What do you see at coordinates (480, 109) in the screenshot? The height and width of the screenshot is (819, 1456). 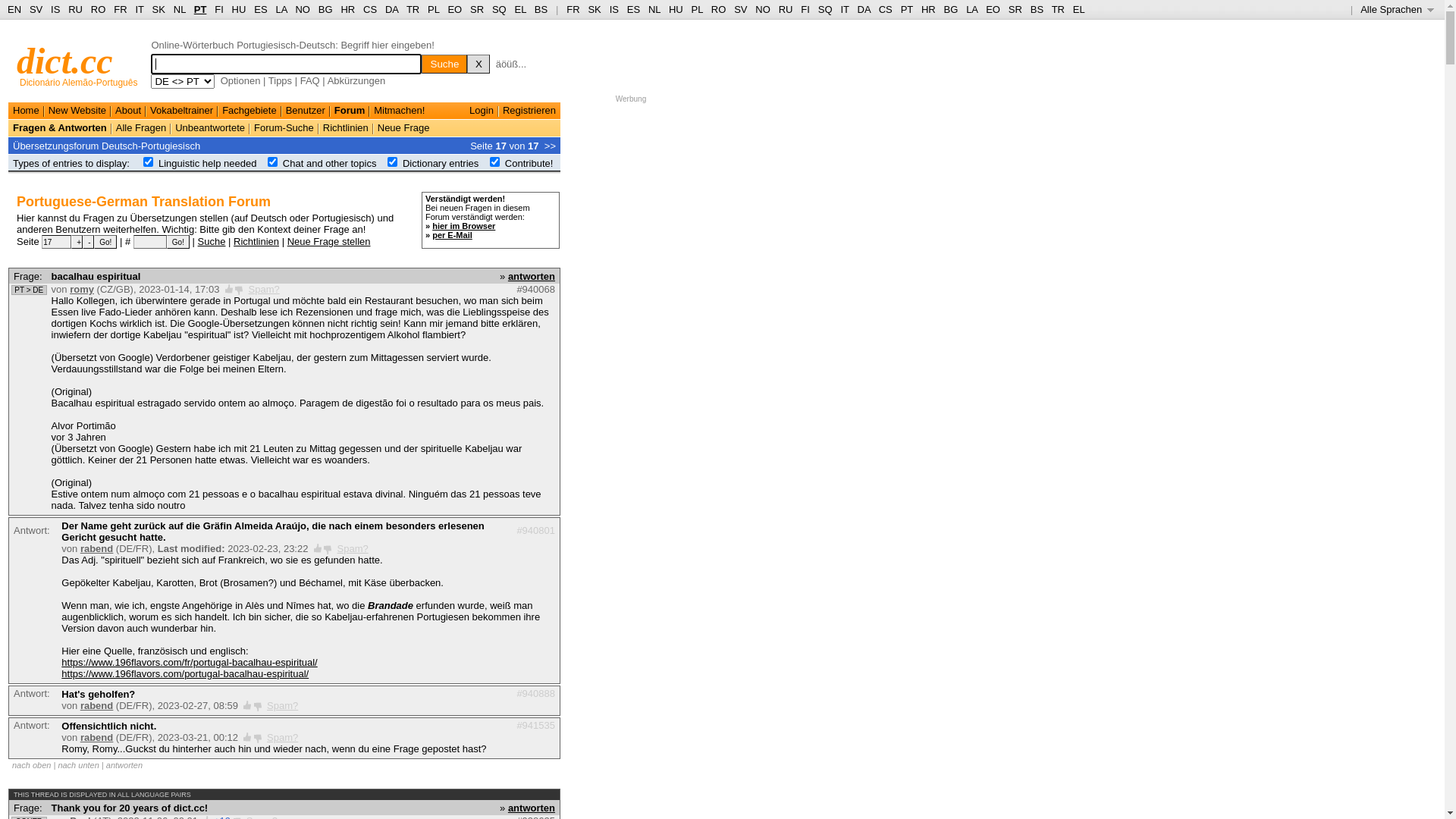 I see `'Login'` at bounding box center [480, 109].